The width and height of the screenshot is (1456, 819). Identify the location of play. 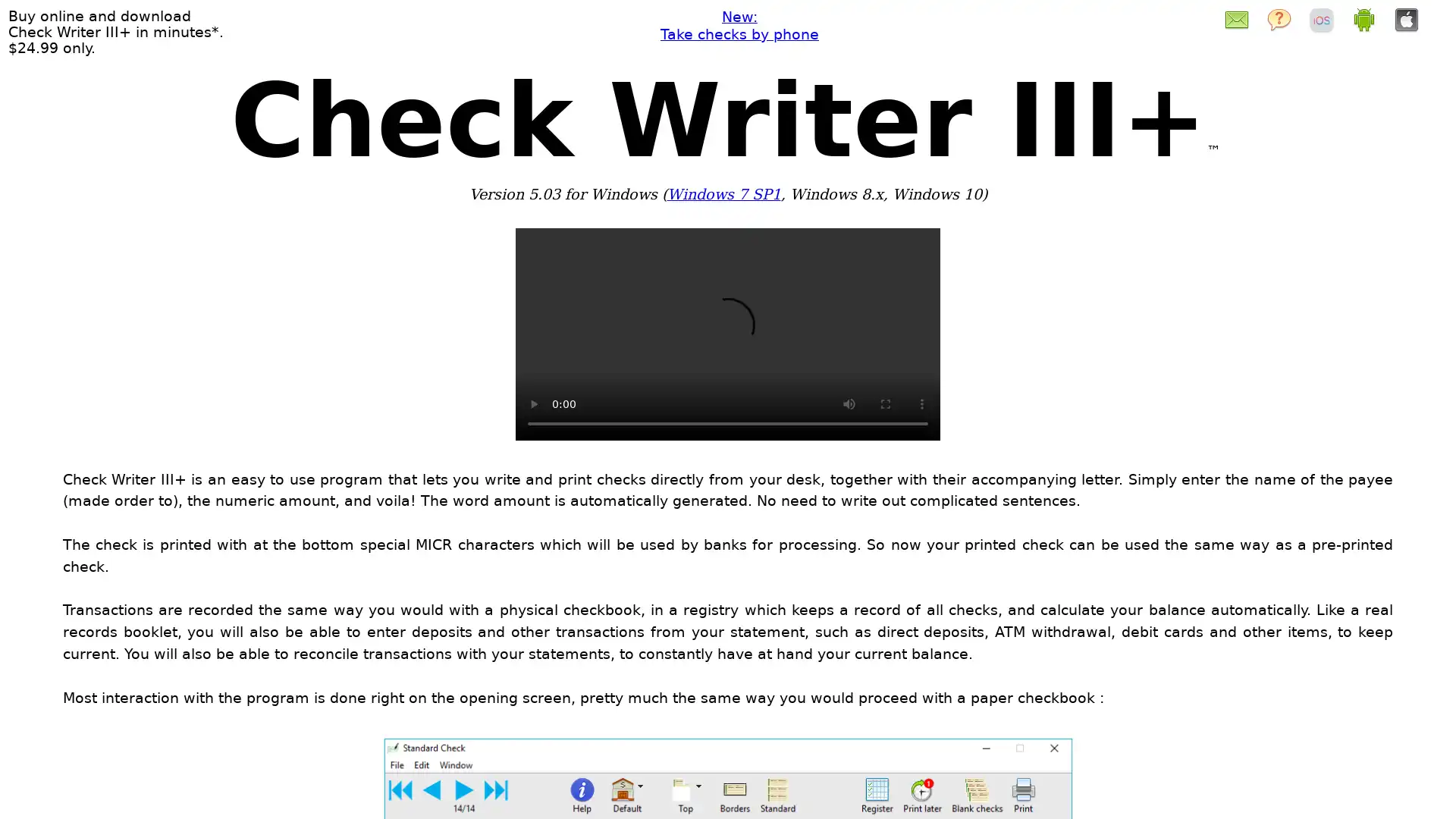
(534, 403).